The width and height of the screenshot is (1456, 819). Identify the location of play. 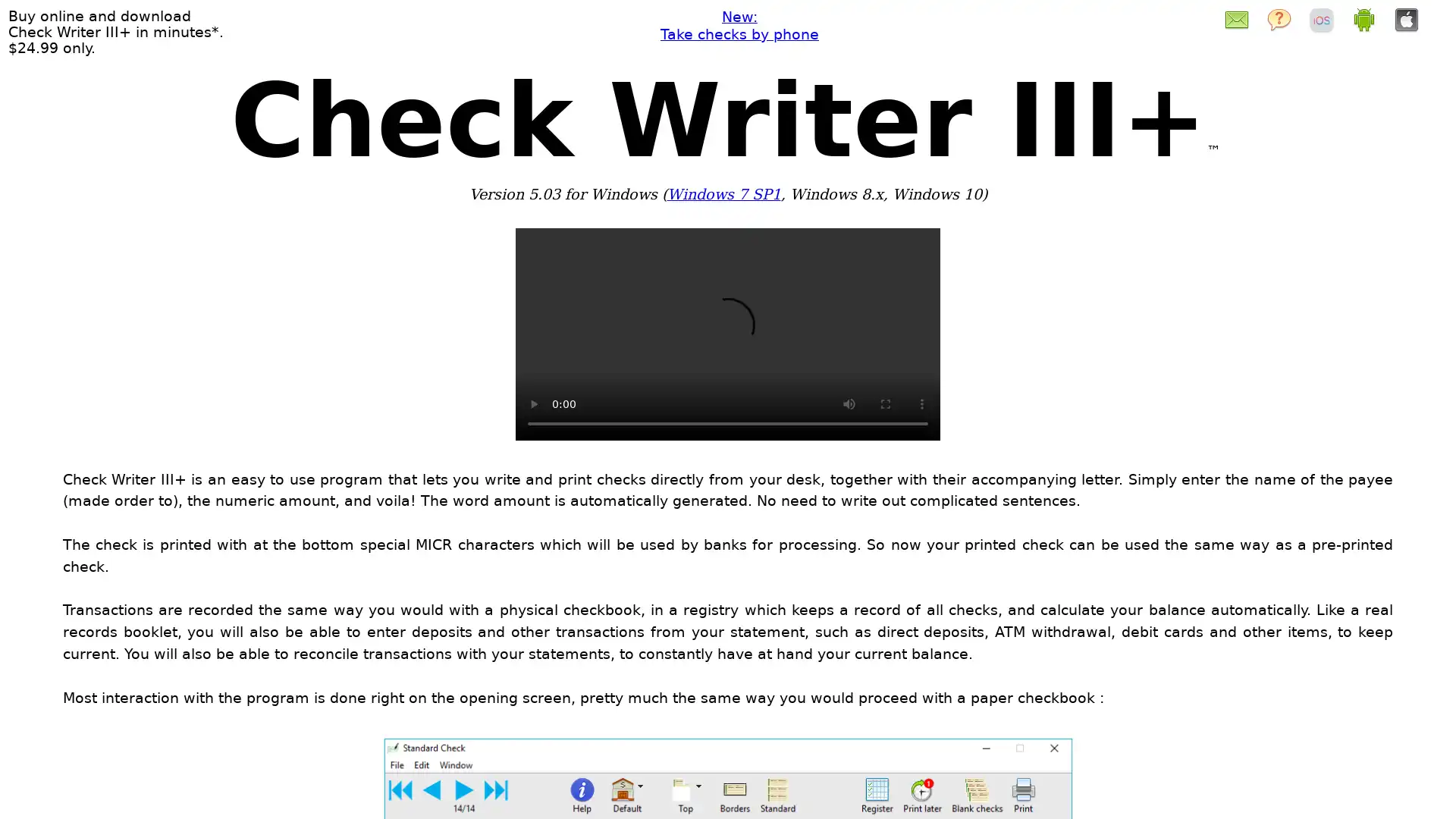
(534, 403).